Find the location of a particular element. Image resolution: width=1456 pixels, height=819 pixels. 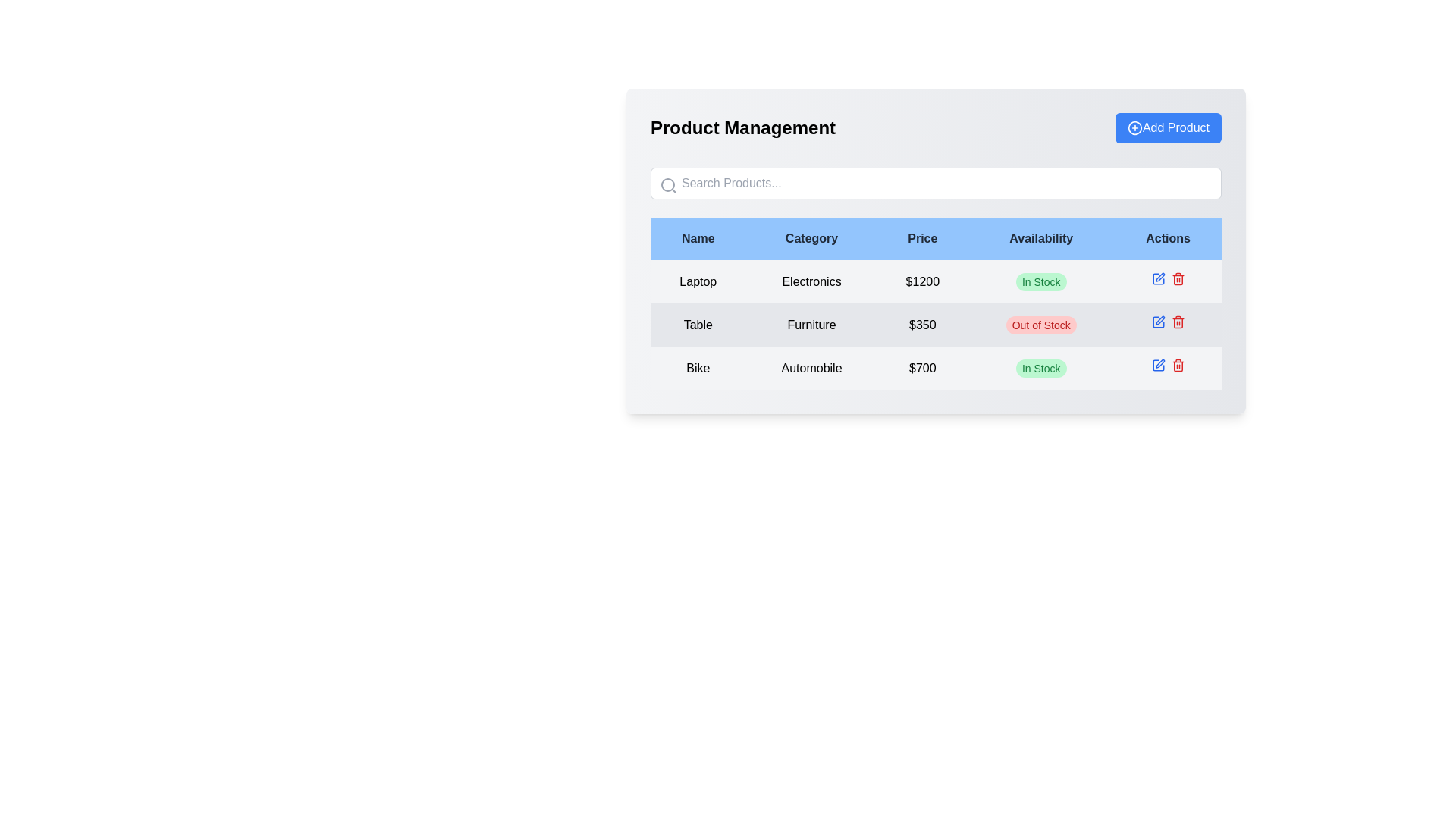

the Header text that serves as a descriptive label for the product management section at the top of the page is located at coordinates (742, 127).